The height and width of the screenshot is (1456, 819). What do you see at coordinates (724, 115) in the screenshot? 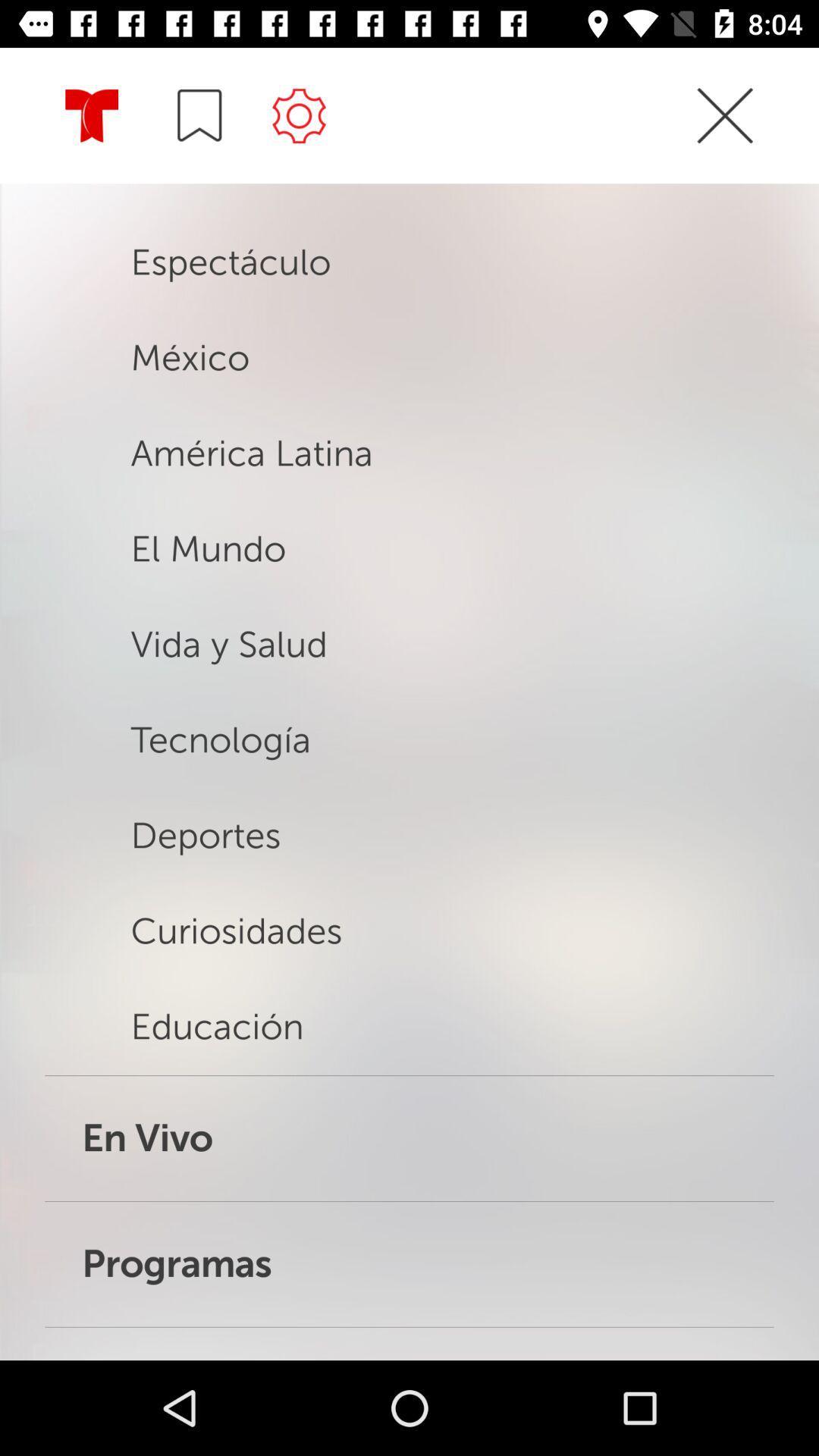
I see `x button which is on the top right corner of the page` at bounding box center [724, 115].